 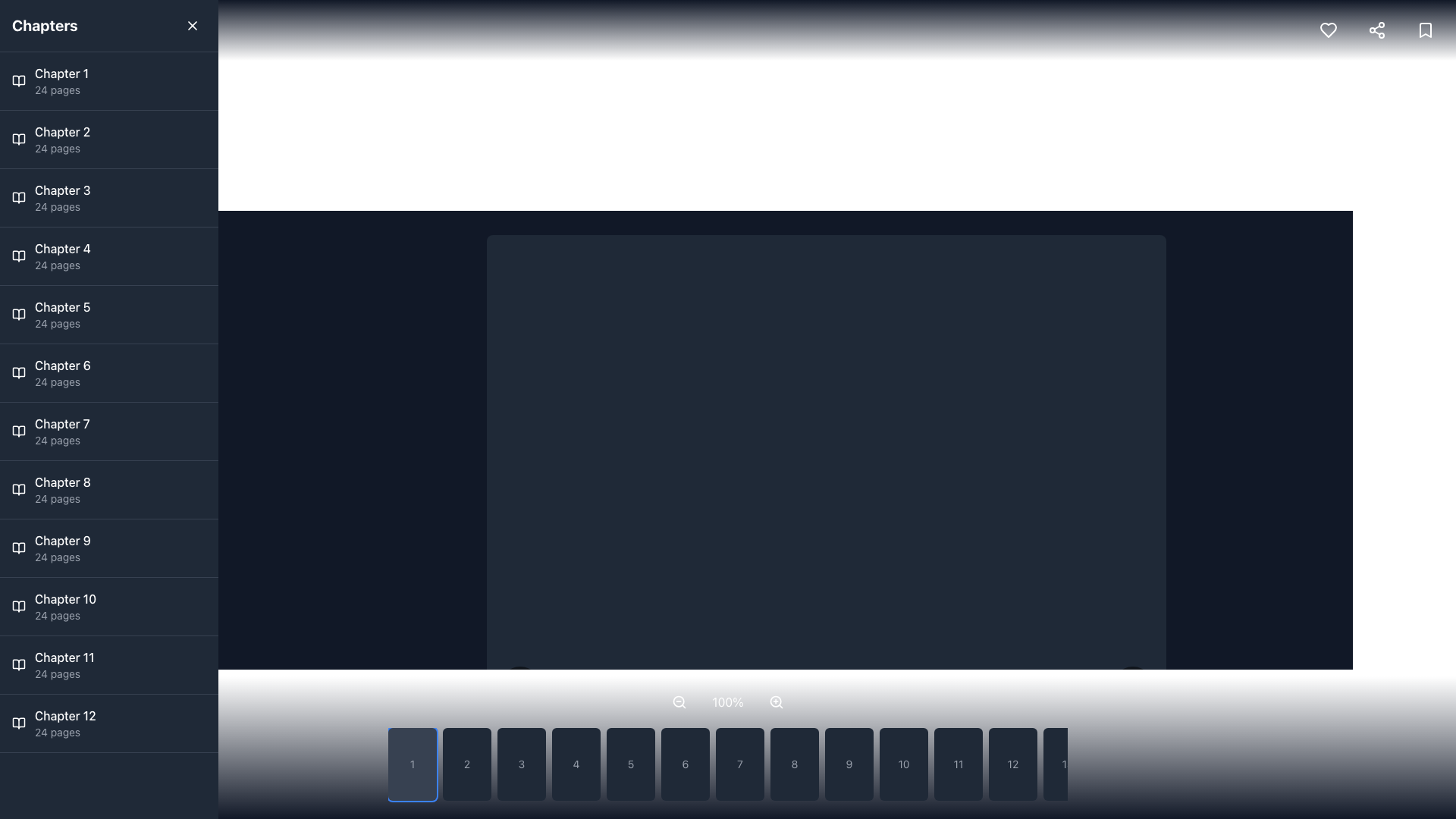 What do you see at coordinates (1376, 30) in the screenshot?
I see `the share button located in the top-right corner of the interface, which is the second button in a horizontal sequence of three buttons` at bounding box center [1376, 30].